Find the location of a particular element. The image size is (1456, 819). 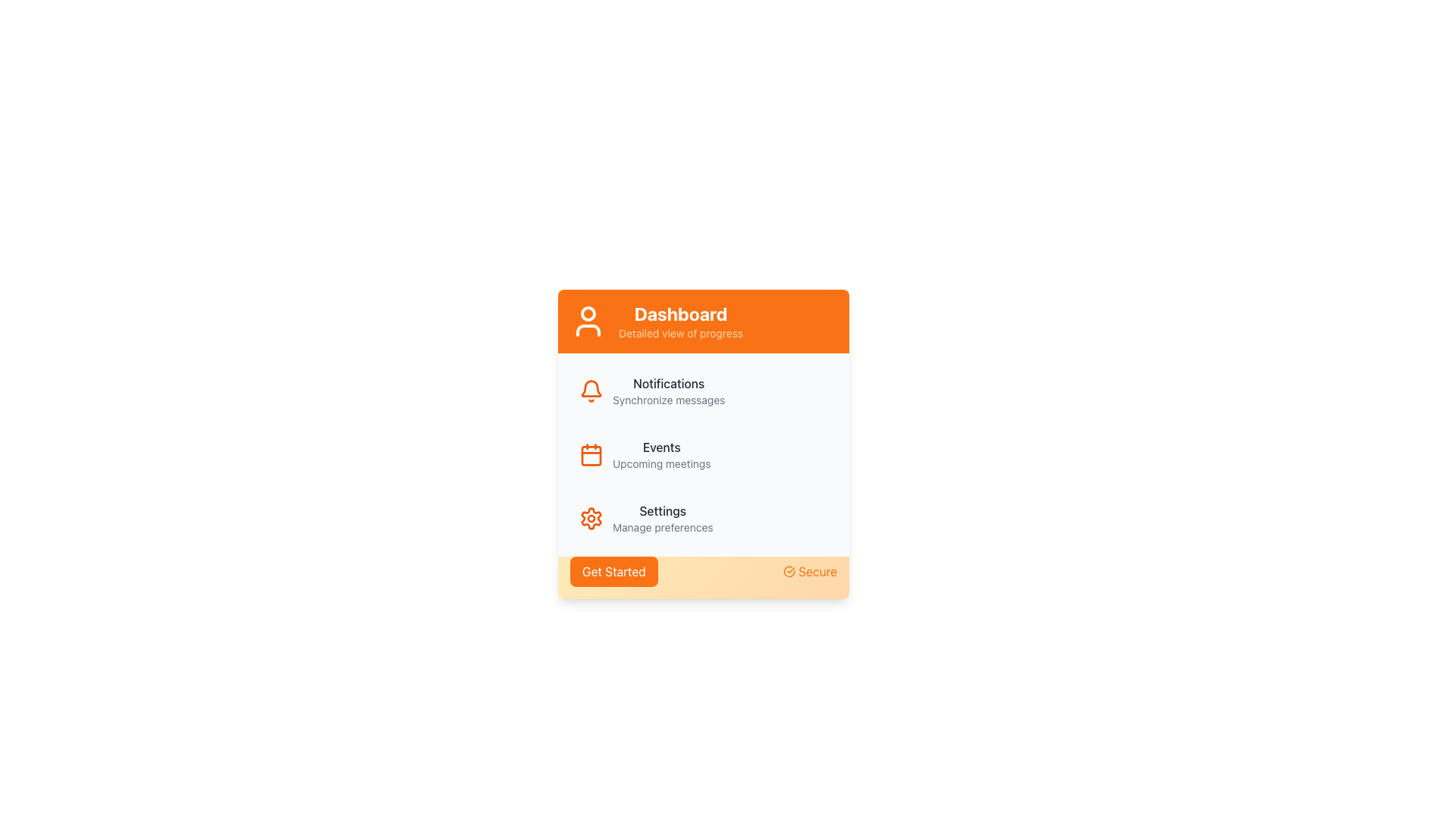

the Events icon located in the main panel under the Dashboard view is located at coordinates (590, 454).